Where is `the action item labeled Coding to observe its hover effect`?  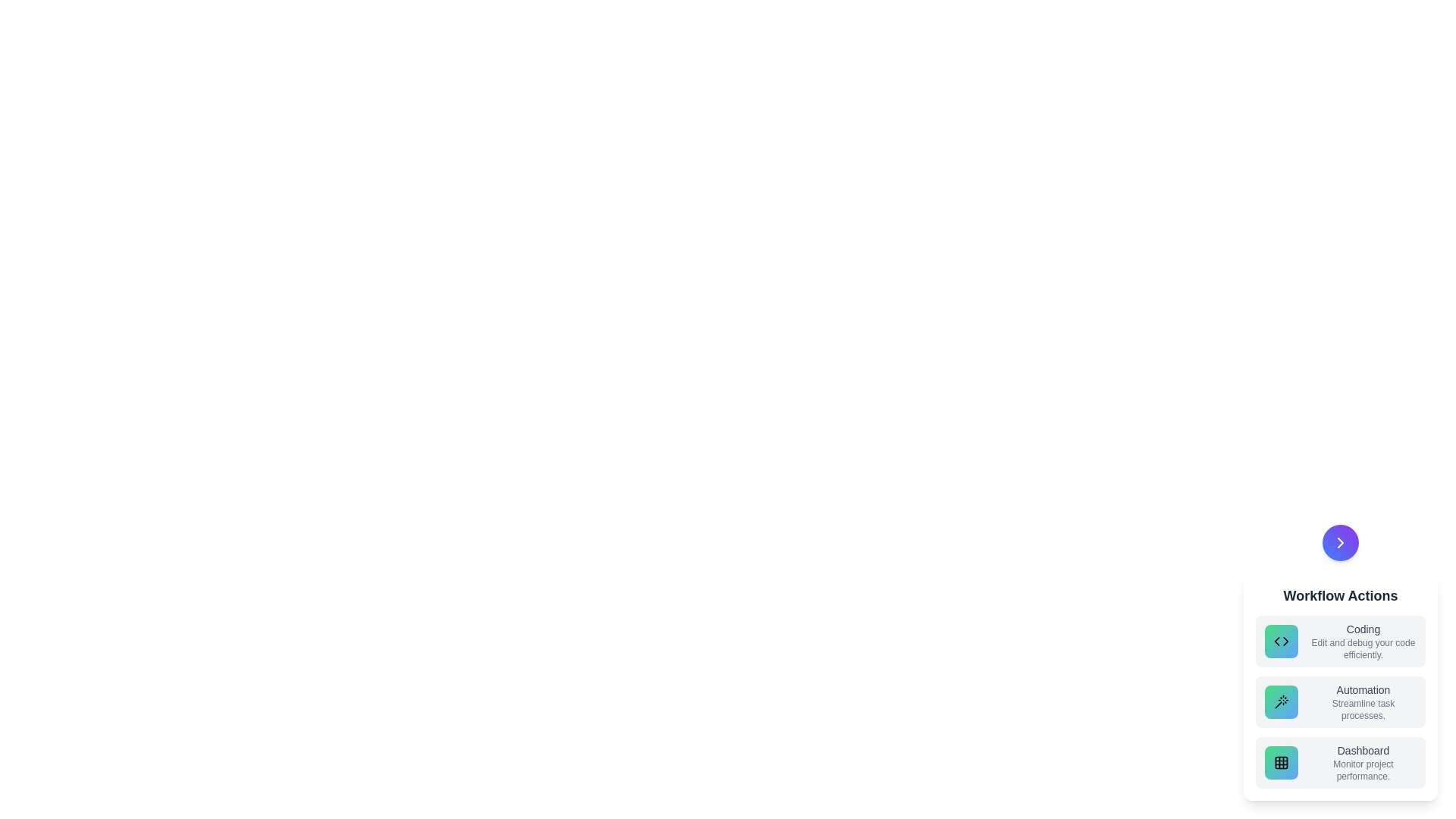 the action item labeled Coding to observe its hover effect is located at coordinates (1340, 641).